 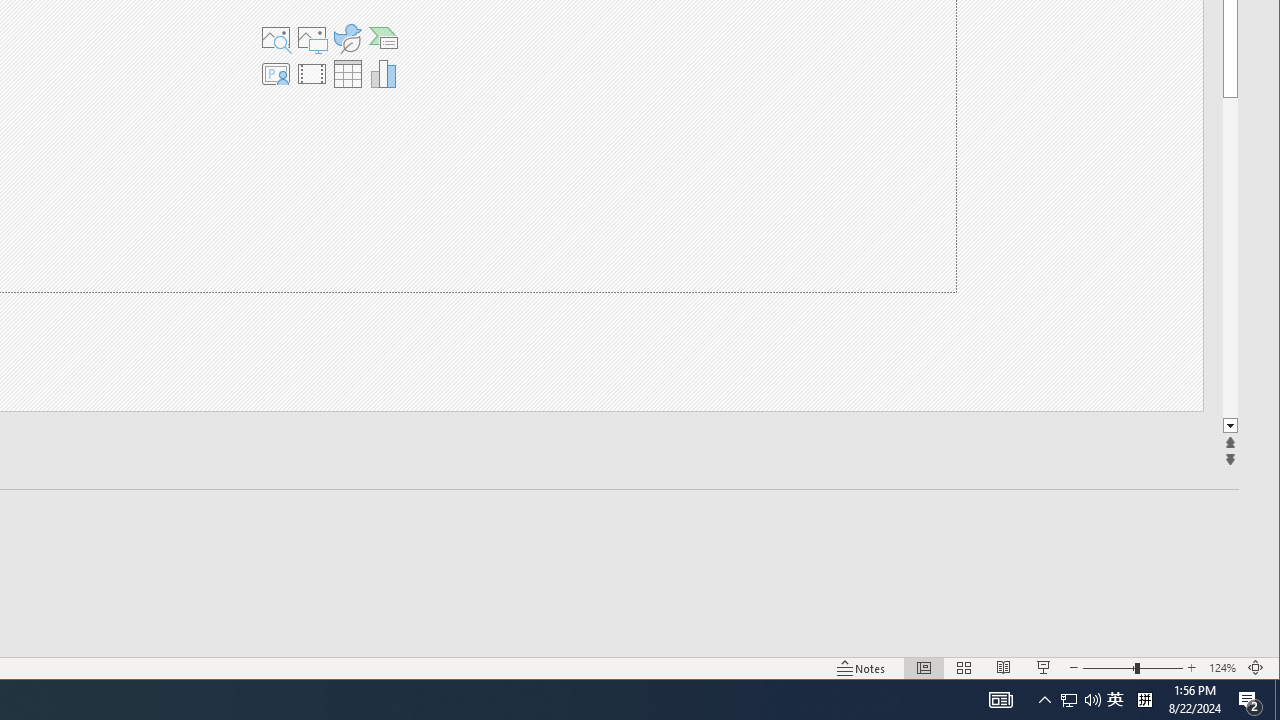 What do you see at coordinates (310, 38) in the screenshot?
I see `'Pictures'` at bounding box center [310, 38].